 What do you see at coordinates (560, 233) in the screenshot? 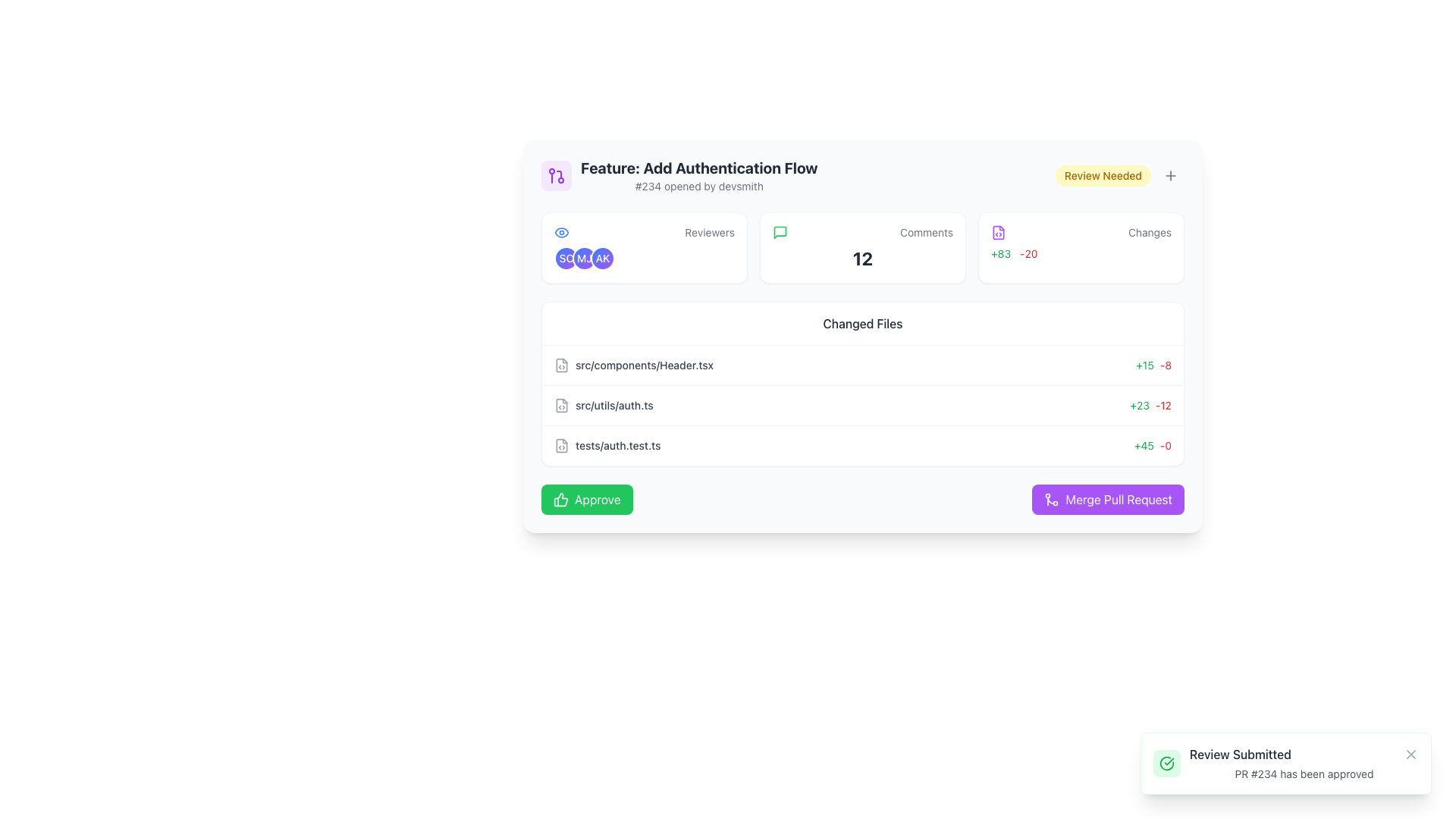
I see `the stylized blue eye icon located near the top-left corner of the 'Reviewers' grouping box` at bounding box center [560, 233].